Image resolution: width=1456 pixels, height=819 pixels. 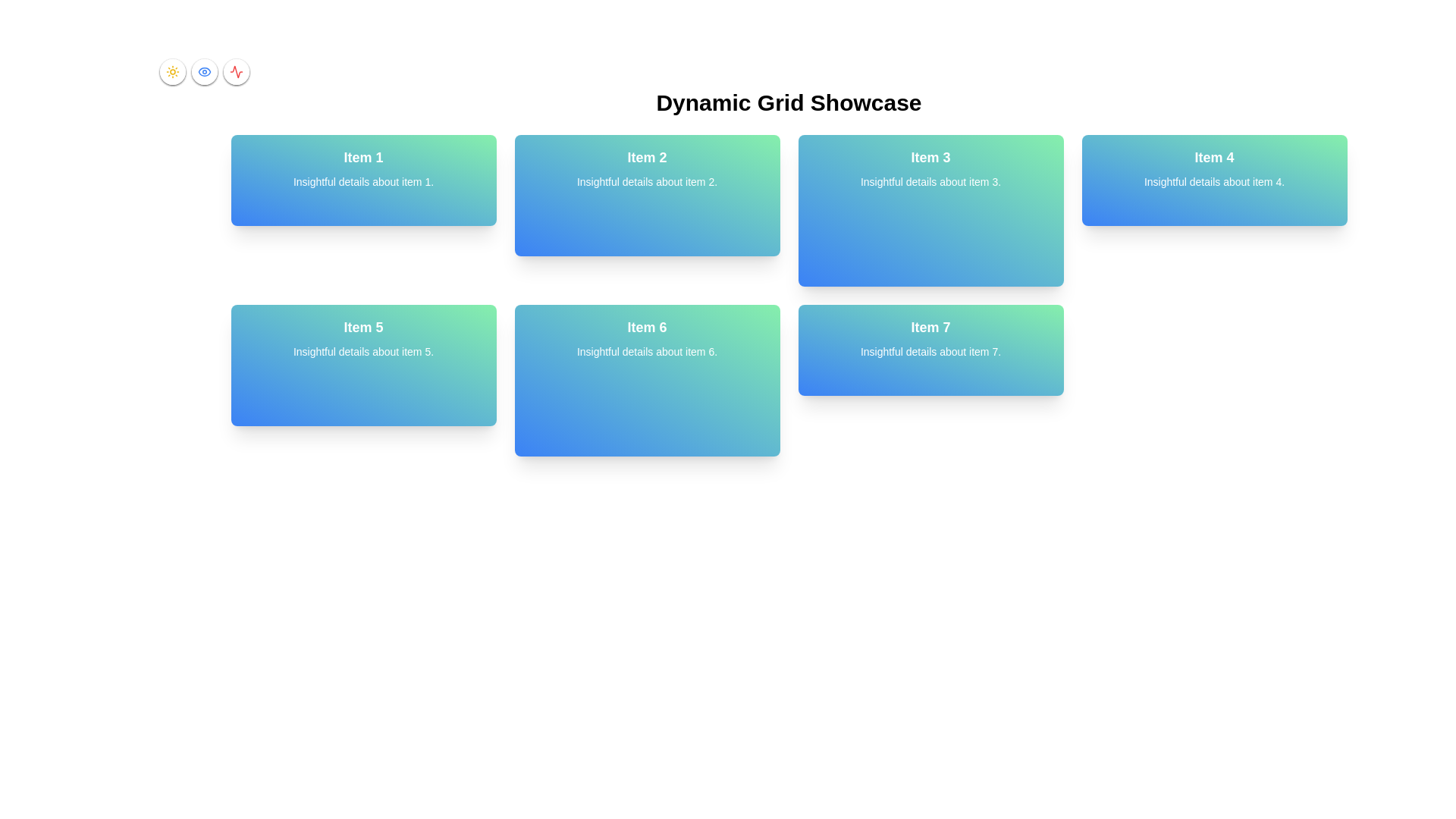 What do you see at coordinates (236, 72) in the screenshot?
I see `the third circular button featuring a red waveform icon on a white background` at bounding box center [236, 72].